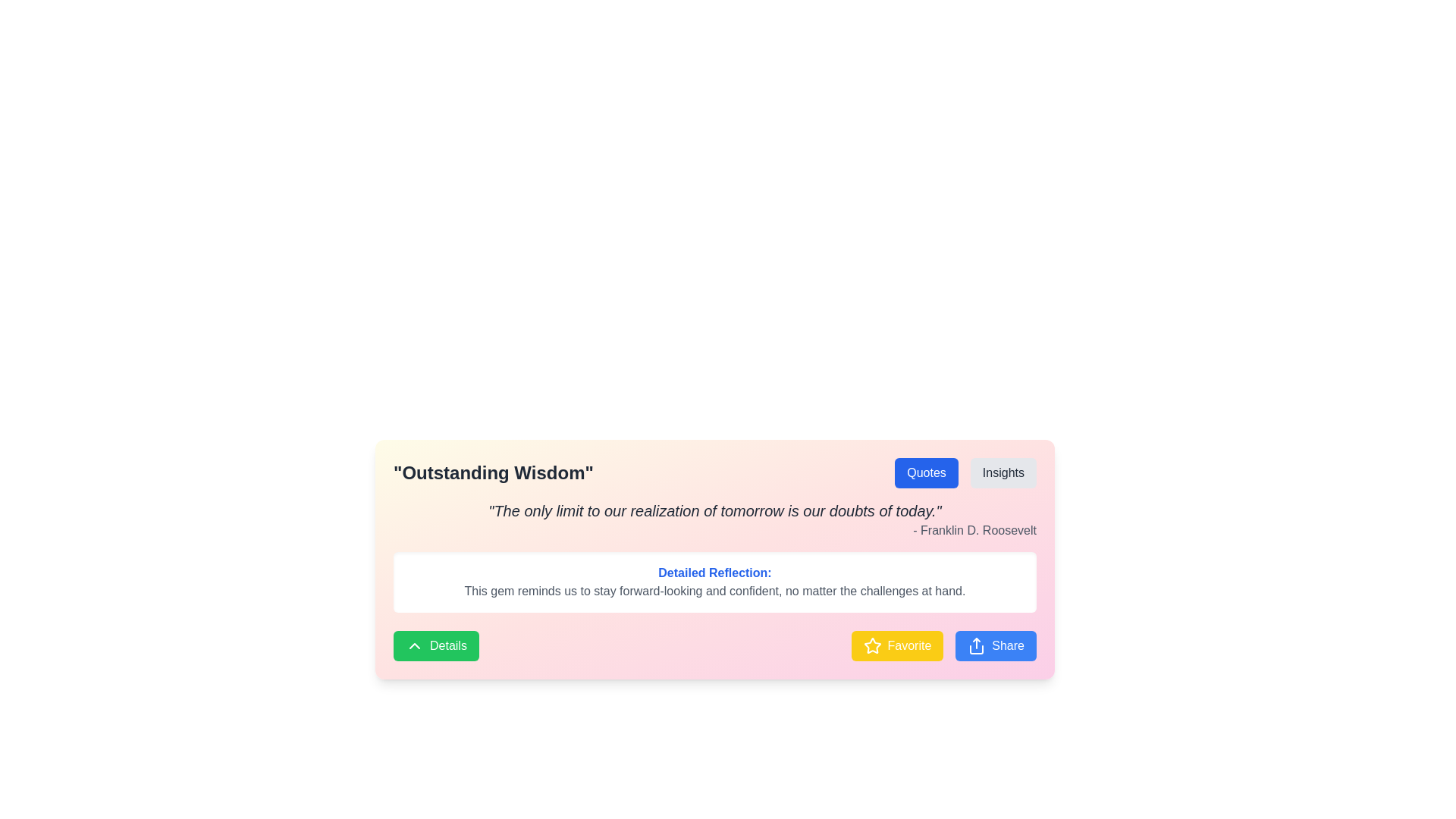  I want to click on the 'Quotes' button which is a rectangular button with white text on a blue background, located in the top-right section of a content card, so click(926, 472).